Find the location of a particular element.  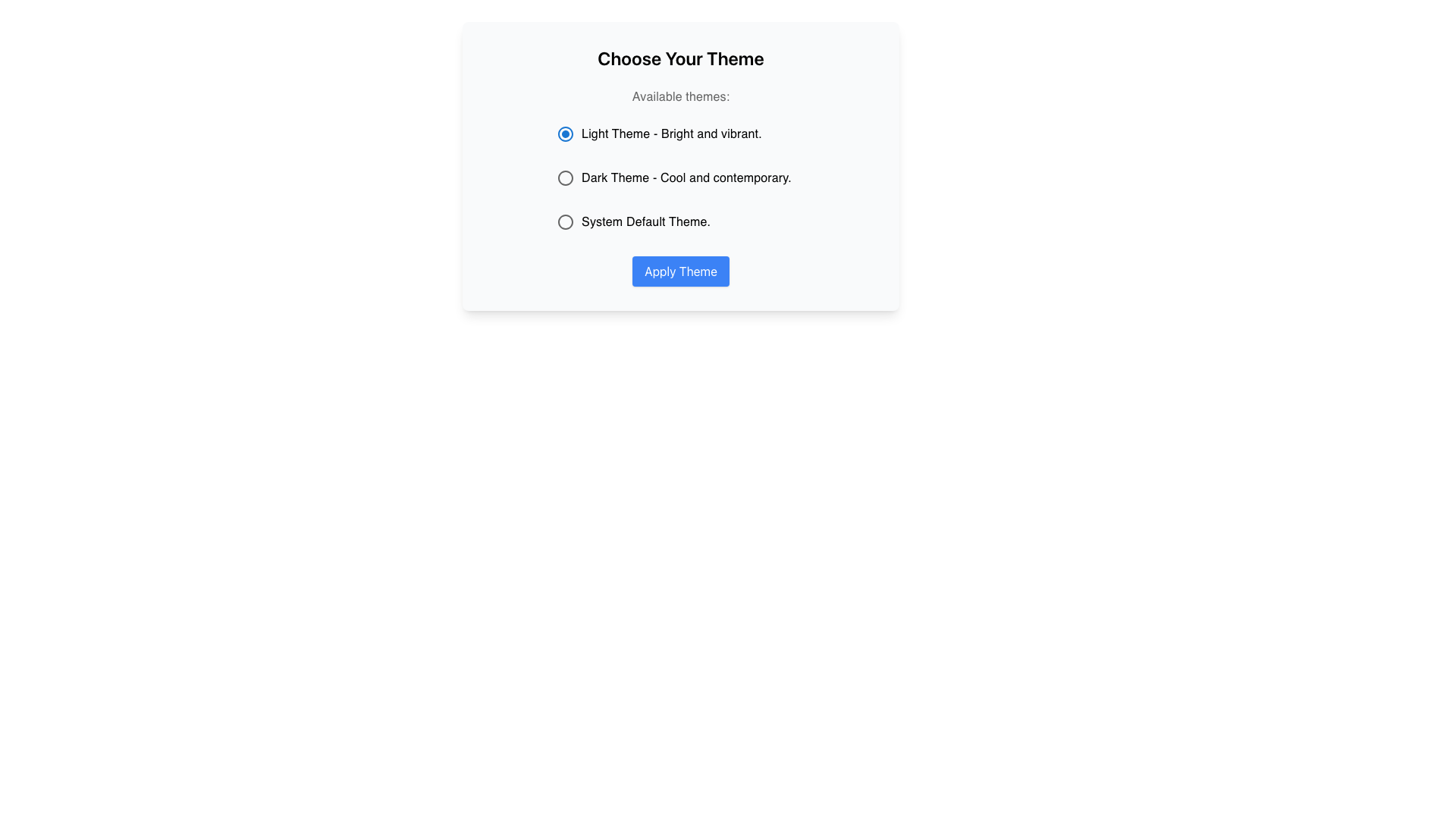

label for the 'Dark Theme' option, which is located below the 'Light Theme - Bright and vibrant.' option and above the 'System Default Theme.' option in the vertical list of radio button options is located at coordinates (686, 177).